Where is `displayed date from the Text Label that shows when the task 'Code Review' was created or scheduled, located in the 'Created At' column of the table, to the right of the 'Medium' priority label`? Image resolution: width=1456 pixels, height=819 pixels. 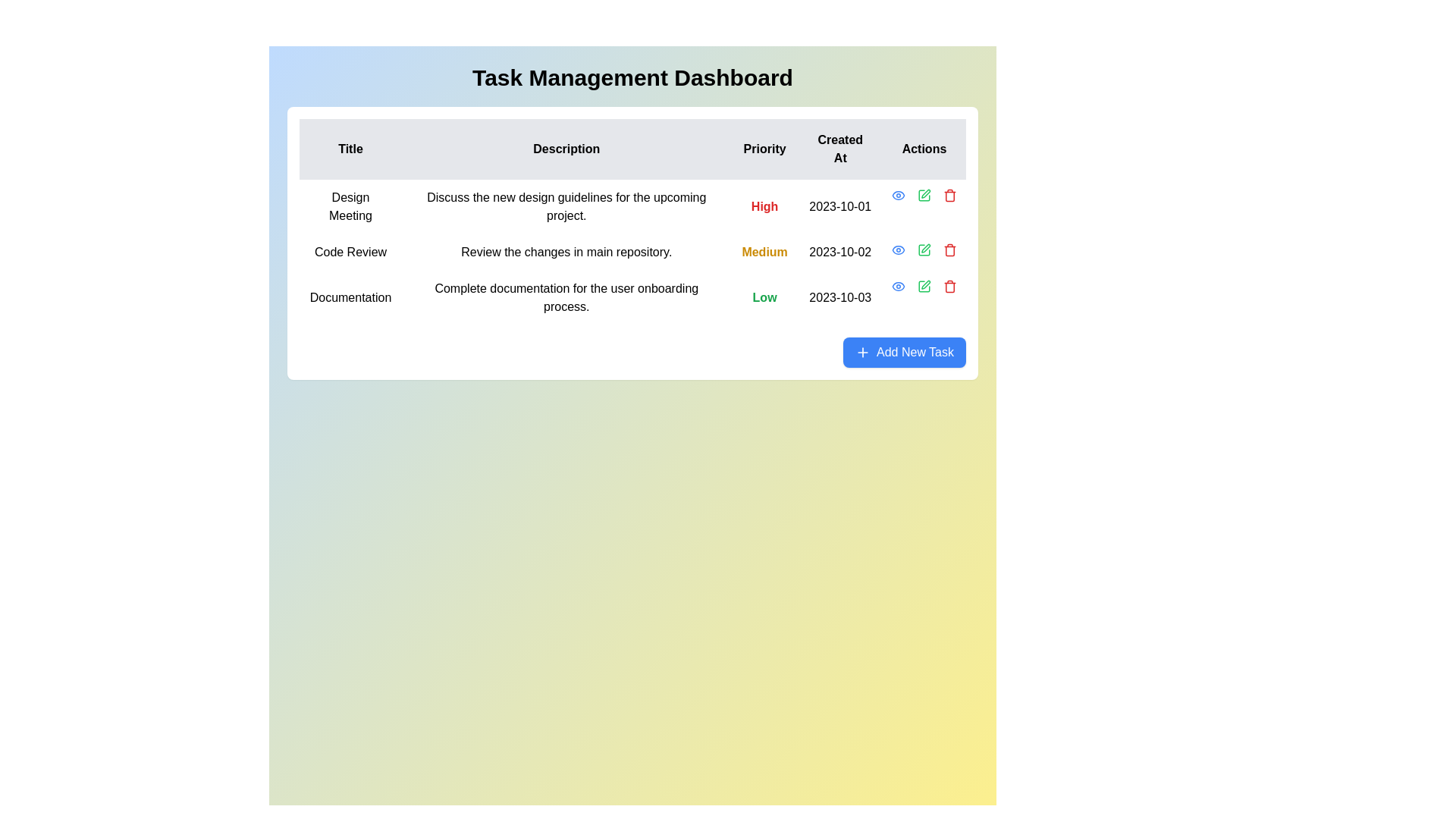
displayed date from the Text Label that shows when the task 'Code Review' was created or scheduled, located in the 'Created At' column of the table, to the right of the 'Medium' priority label is located at coordinates (839, 251).